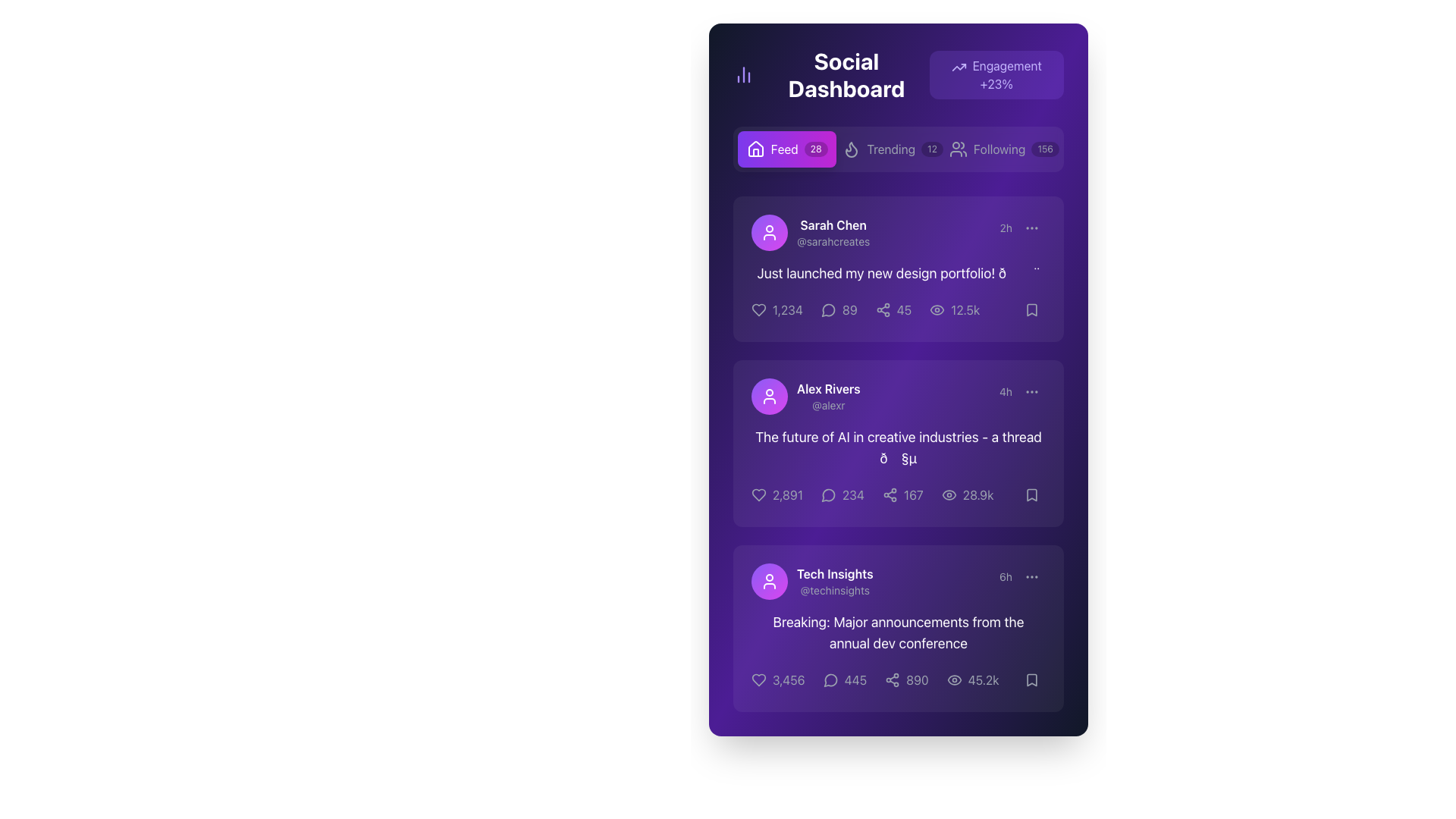  Describe the element at coordinates (996, 75) in the screenshot. I see `the informational pill-shaped button displaying a positive engagement change of 23%, located to the right of the 'Social Dashboard' title` at that location.